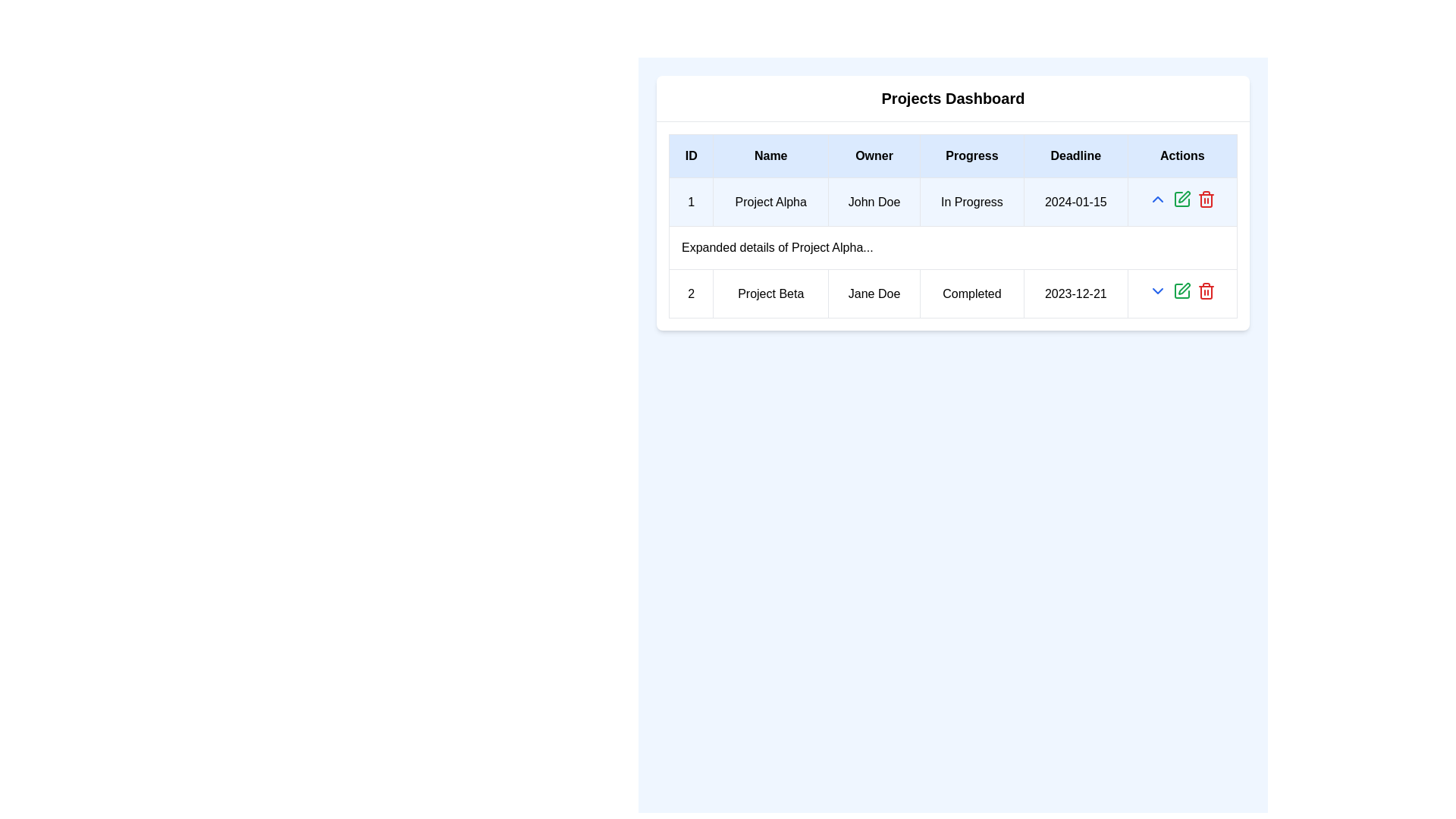  I want to click on the downward-facing chevron icon styled in blue located in the 'Actions' column of the second row of the table, which is positioned between a green pencil icon and a red trash bin icon, so click(1157, 291).